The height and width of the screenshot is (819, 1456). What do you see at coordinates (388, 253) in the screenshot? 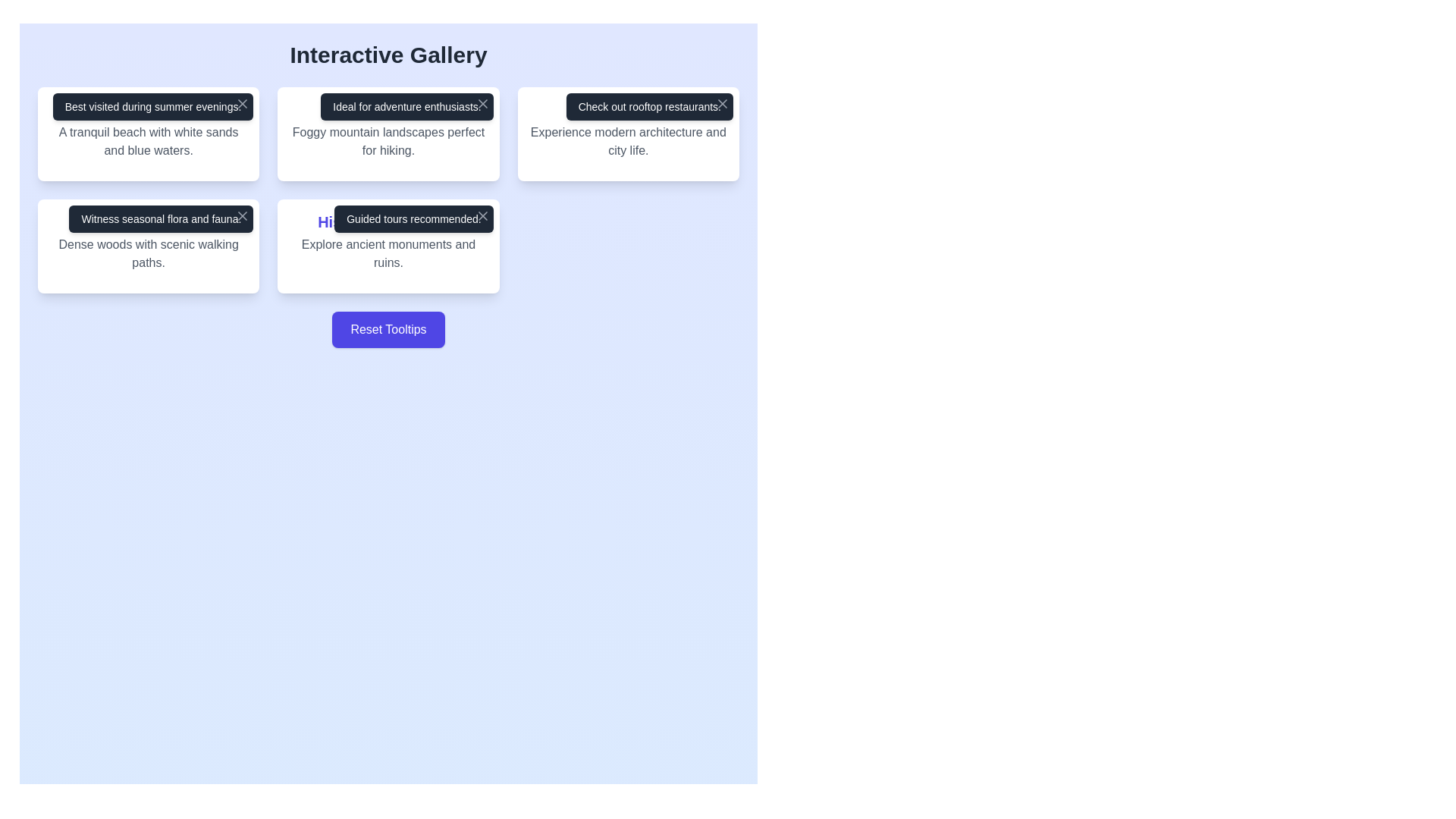
I see `the text component displaying 'Explore ancient monuments and ruins.' which is located below the title 'Historic Landmarks' and above 'Guided tours recommended.'` at bounding box center [388, 253].